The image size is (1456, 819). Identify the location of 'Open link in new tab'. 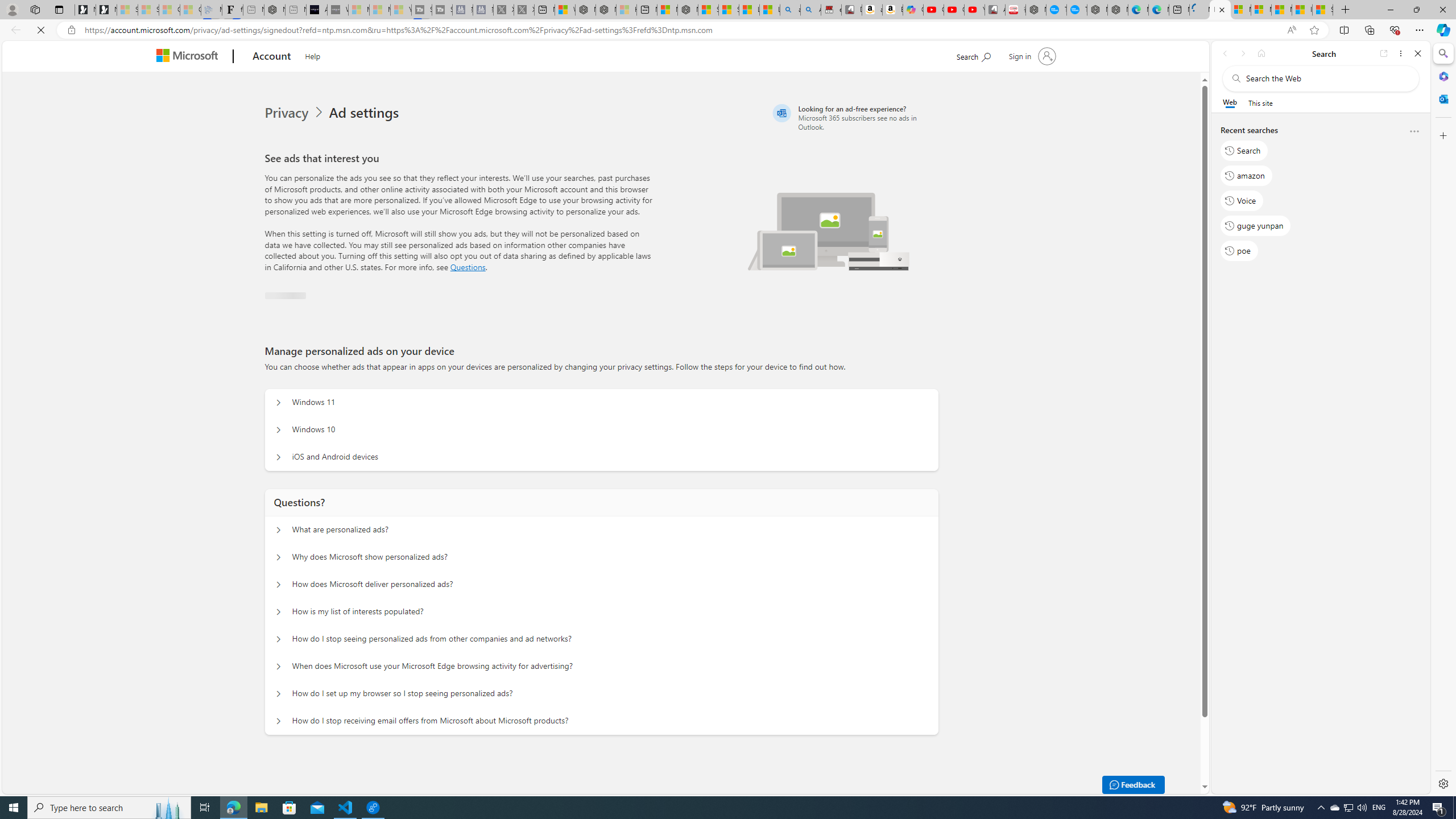
(1384, 53).